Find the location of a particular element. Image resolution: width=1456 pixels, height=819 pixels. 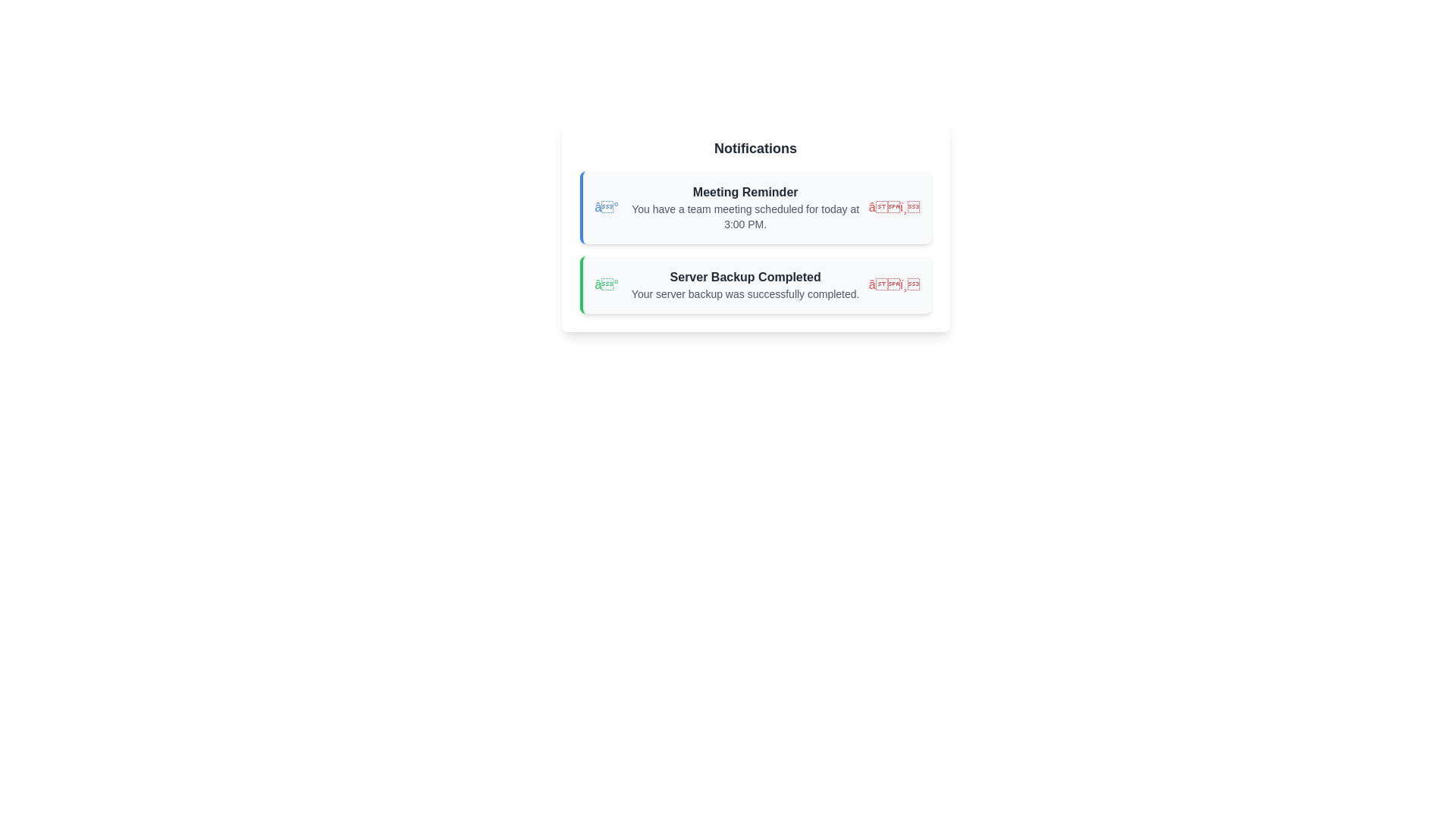

the Notification Text Content displaying 'Server Backup Completed' is located at coordinates (745, 284).